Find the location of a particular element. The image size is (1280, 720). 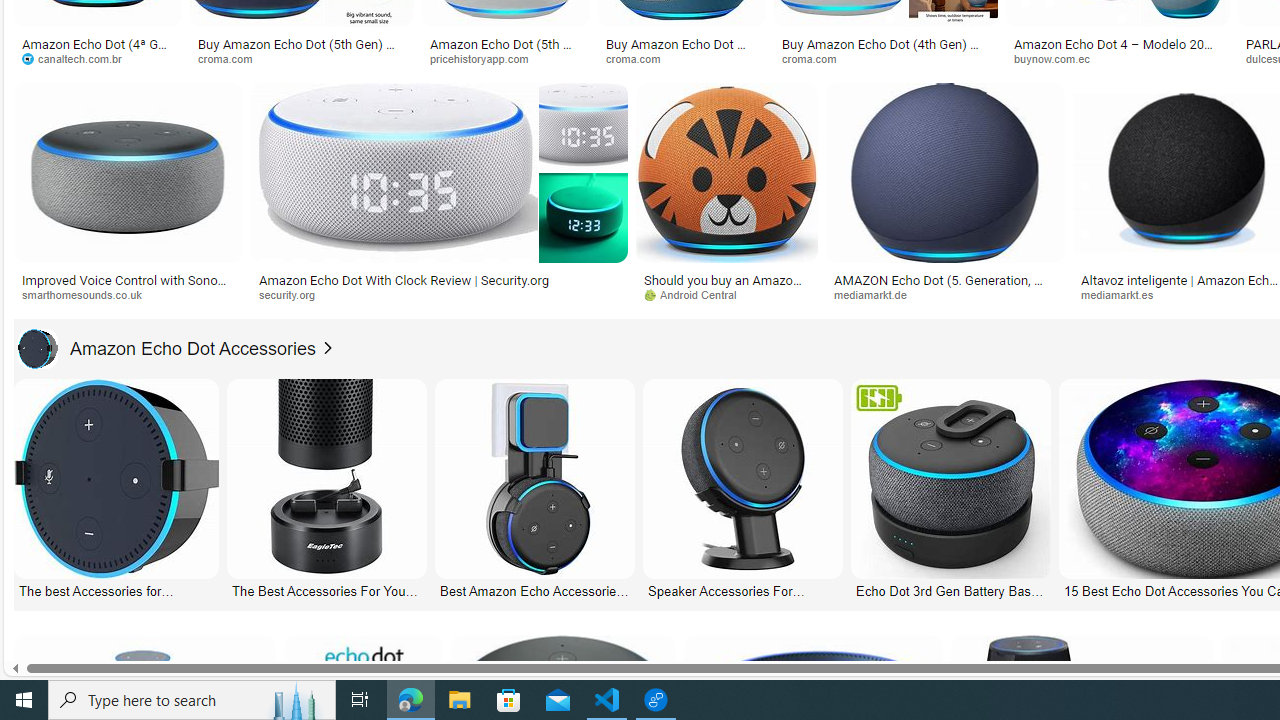

'buynow.com.ec' is located at coordinates (1117, 58).